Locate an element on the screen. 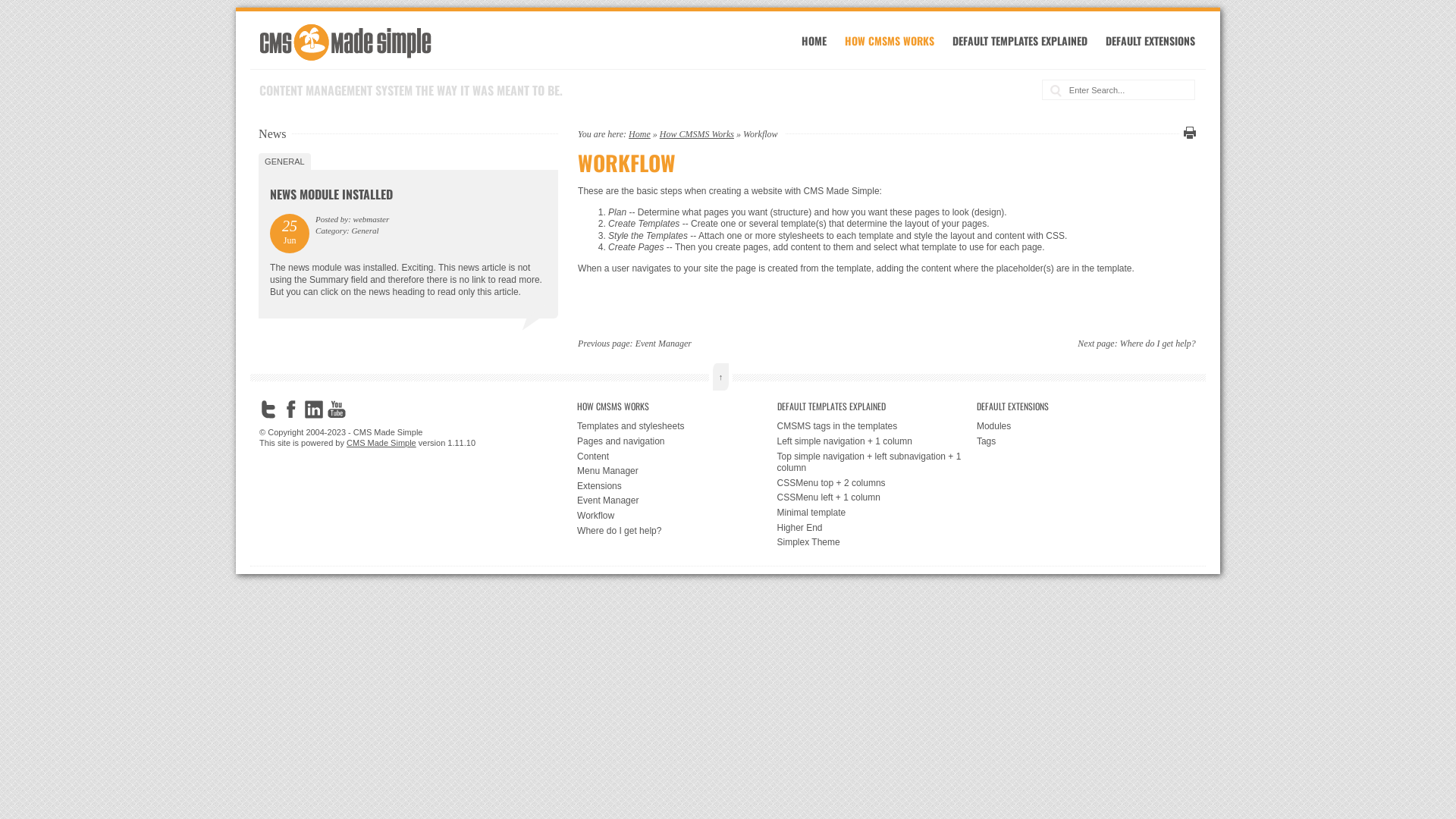 This screenshot has height=819, width=1456. 'CSSMenu top + 2 columns' is located at coordinates (876, 483).